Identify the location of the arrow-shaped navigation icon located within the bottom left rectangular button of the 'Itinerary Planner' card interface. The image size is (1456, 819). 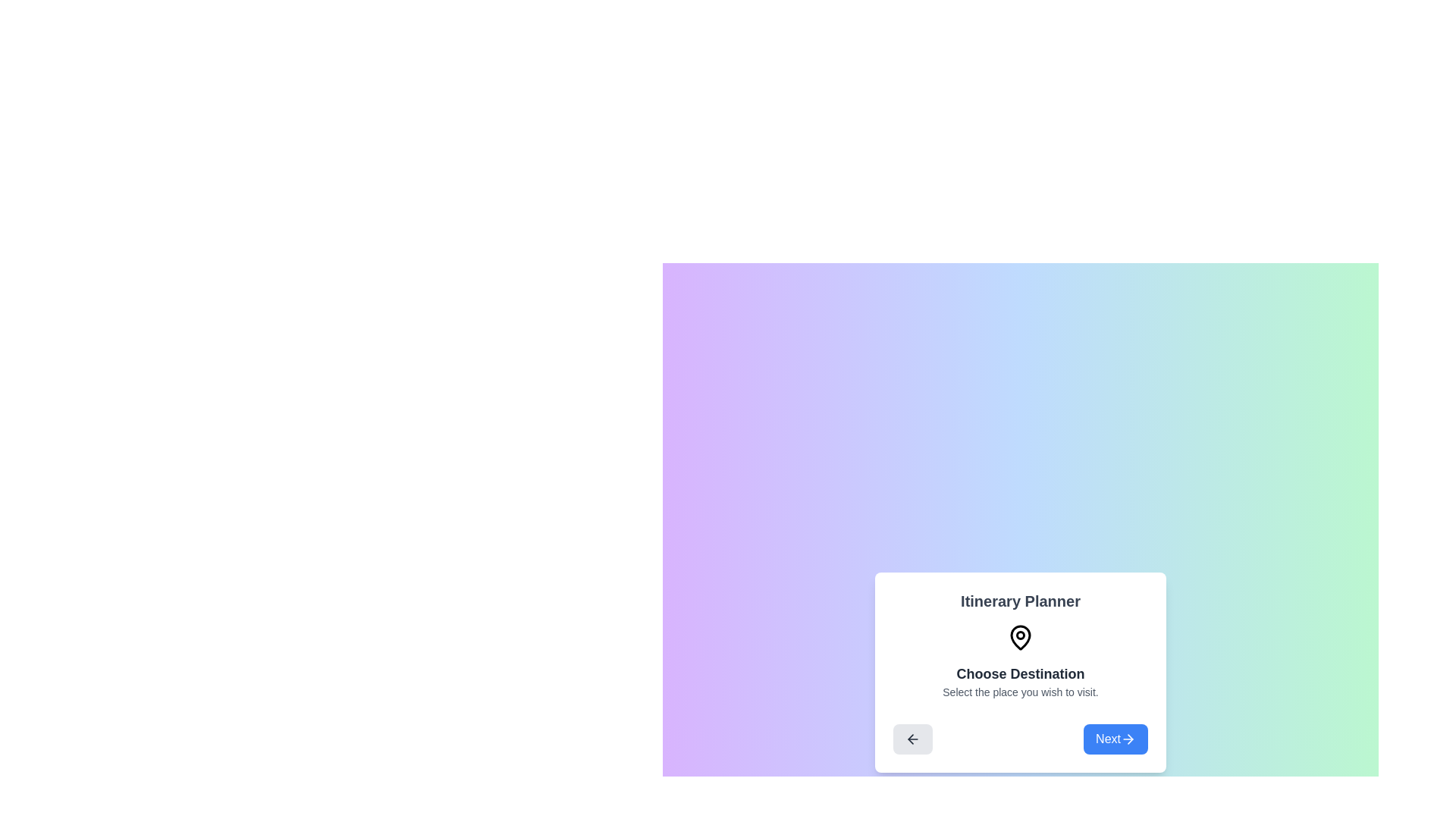
(912, 739).